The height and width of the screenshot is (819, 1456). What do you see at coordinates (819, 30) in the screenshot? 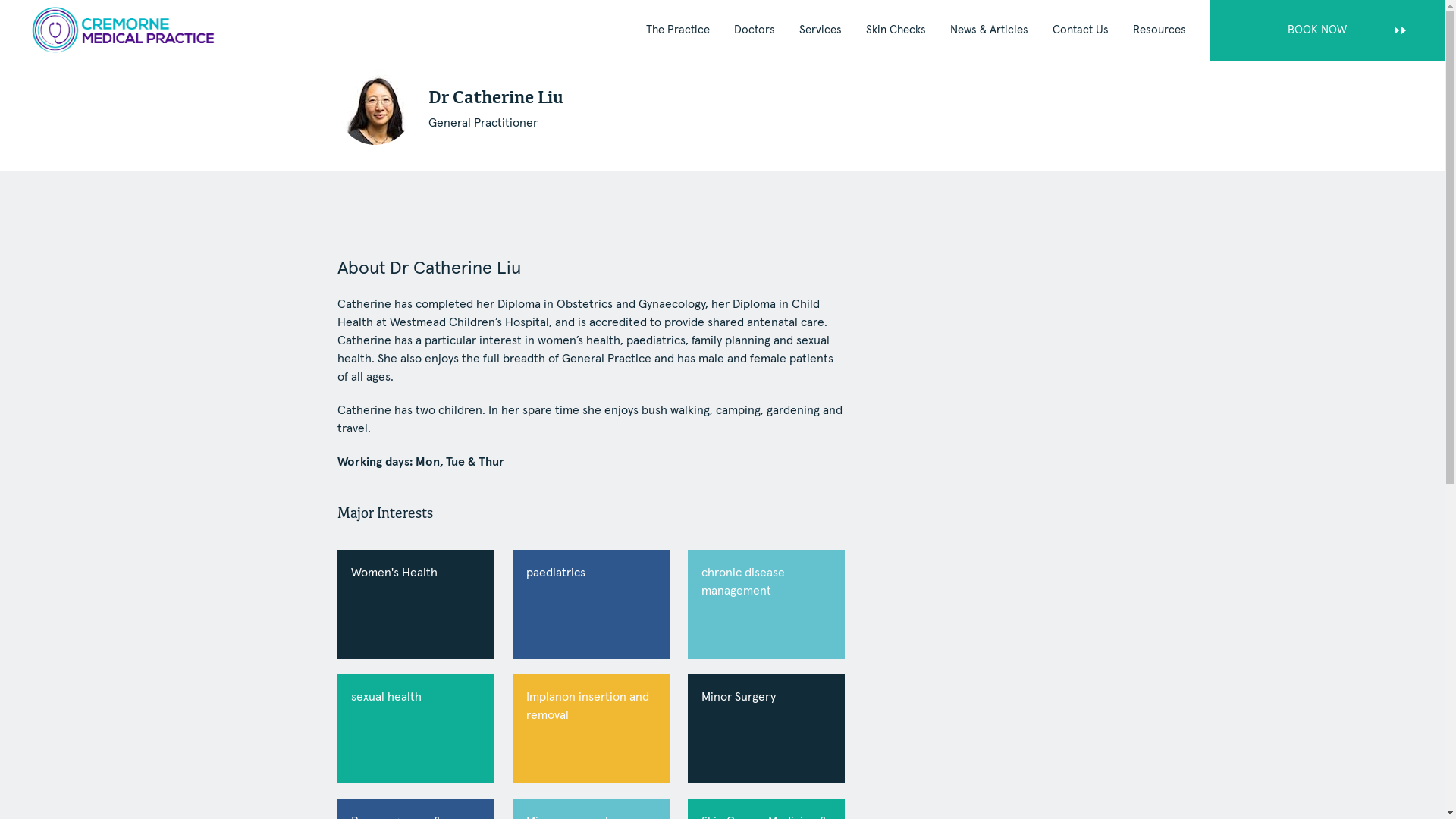
I see `'Services'` at bounding box center [819, 30].